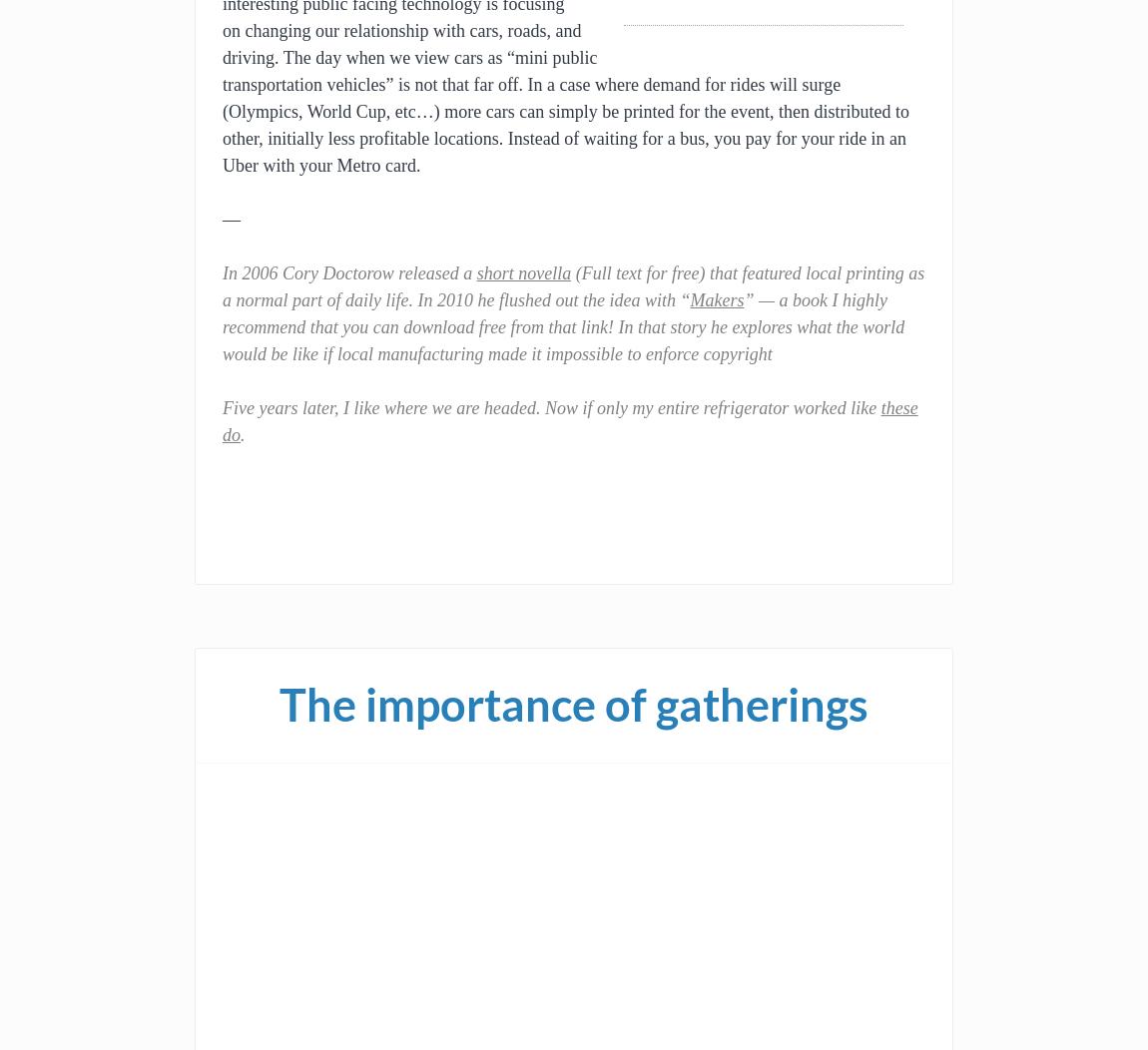 This screenshot has height=1050, width=1148. What do you see at coordinates (221, 125) in the screenshot?
I see `'In a case where demand for rides will surge (Olympics, World Cup, etc…) more cars can simply be printed for the event, then distributed to other, initially less profitable locations. Instead of waiting for a bus, you pay for your ride in an Uber with your Metro card.'` at bounding box center [221, 125].